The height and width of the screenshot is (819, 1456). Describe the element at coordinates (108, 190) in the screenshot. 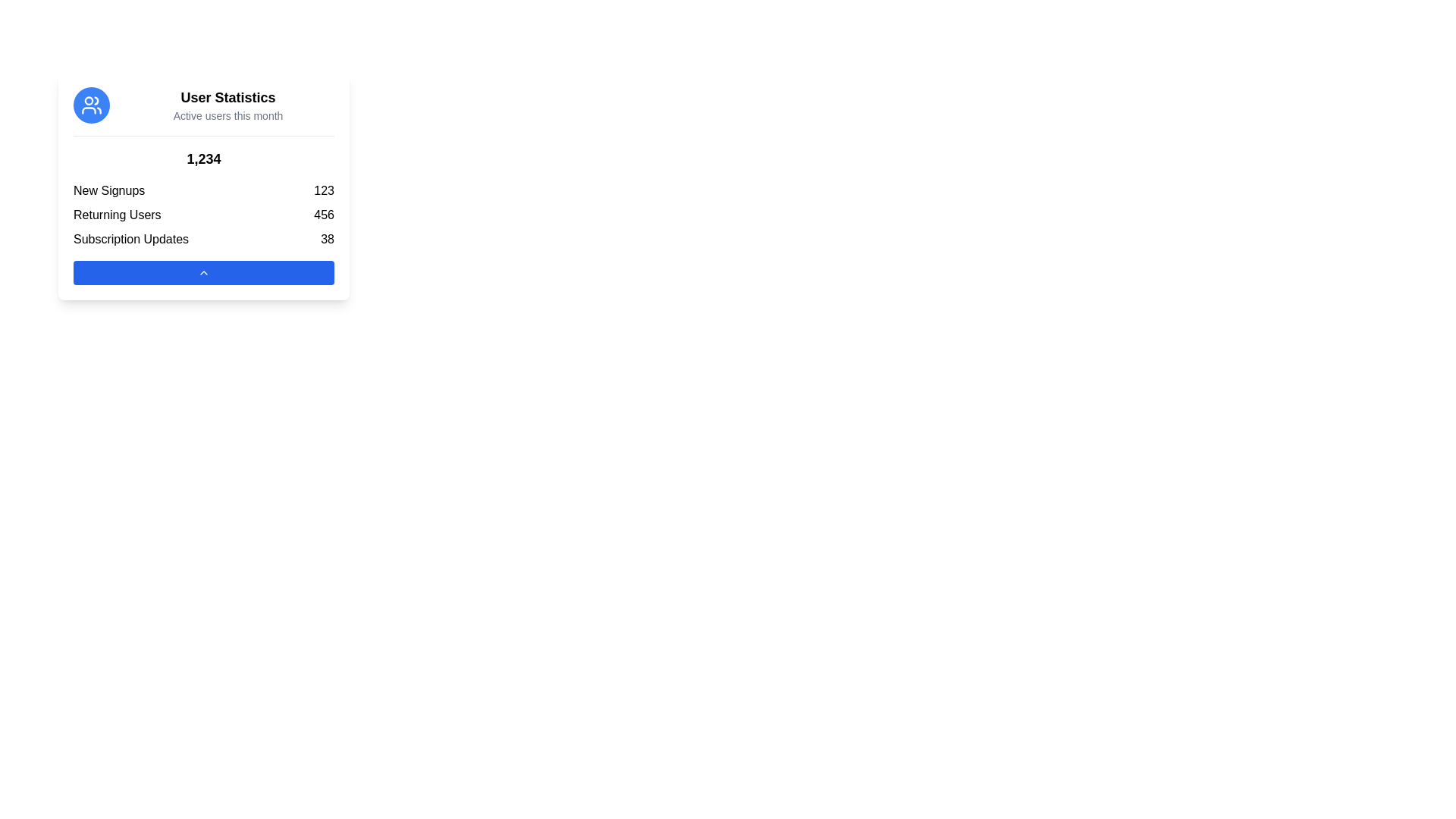

I see `Label that describes the numeric value ('123') in the User Statistics section, which is positioned on the left side of the numeric value and under the main heading 'User Statistics'` at that location.